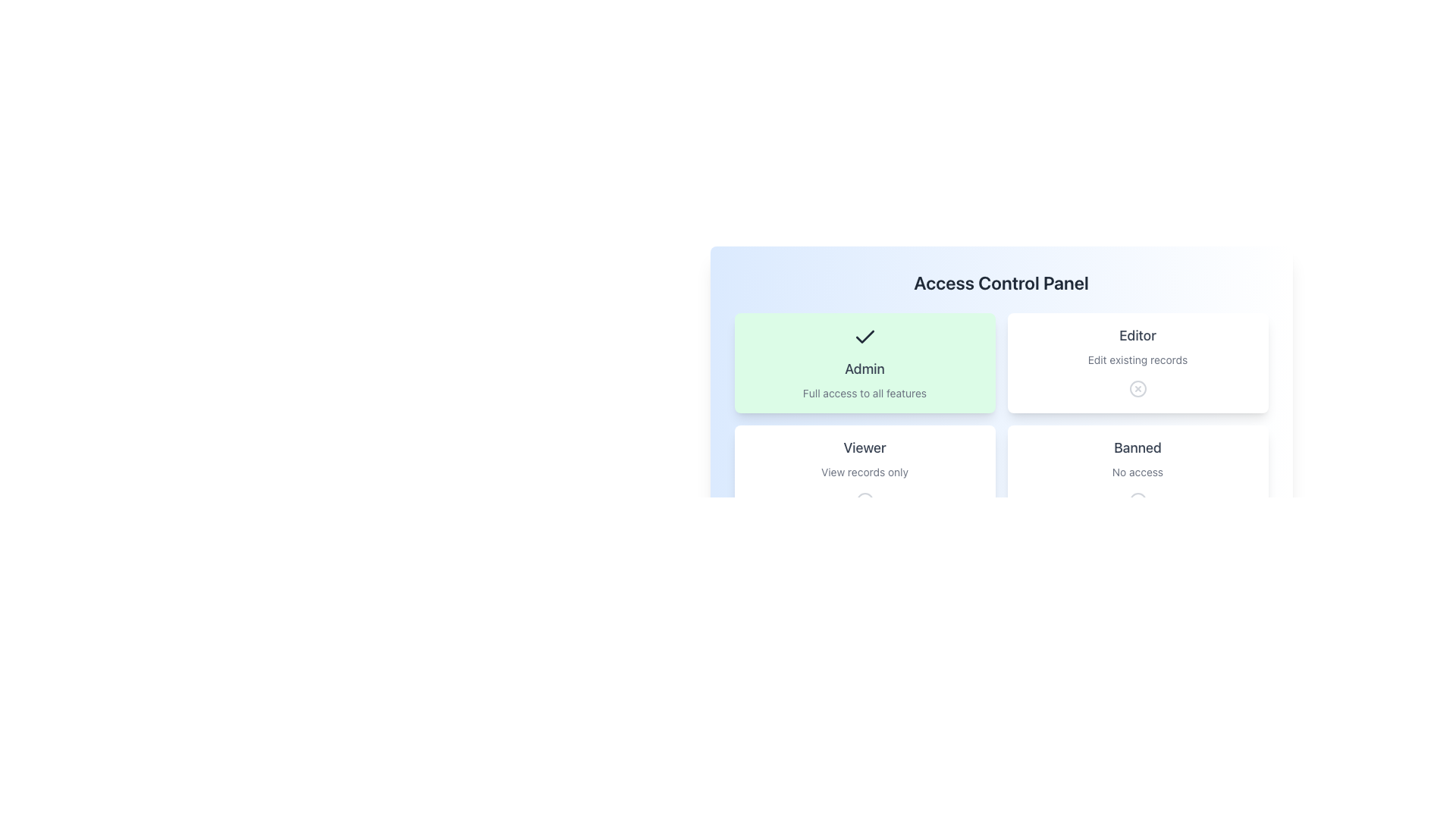  I want to click on text displayed in the 'Admin' role title label within the access control panel, which is centrally aligned in its card, so click(864, 369).